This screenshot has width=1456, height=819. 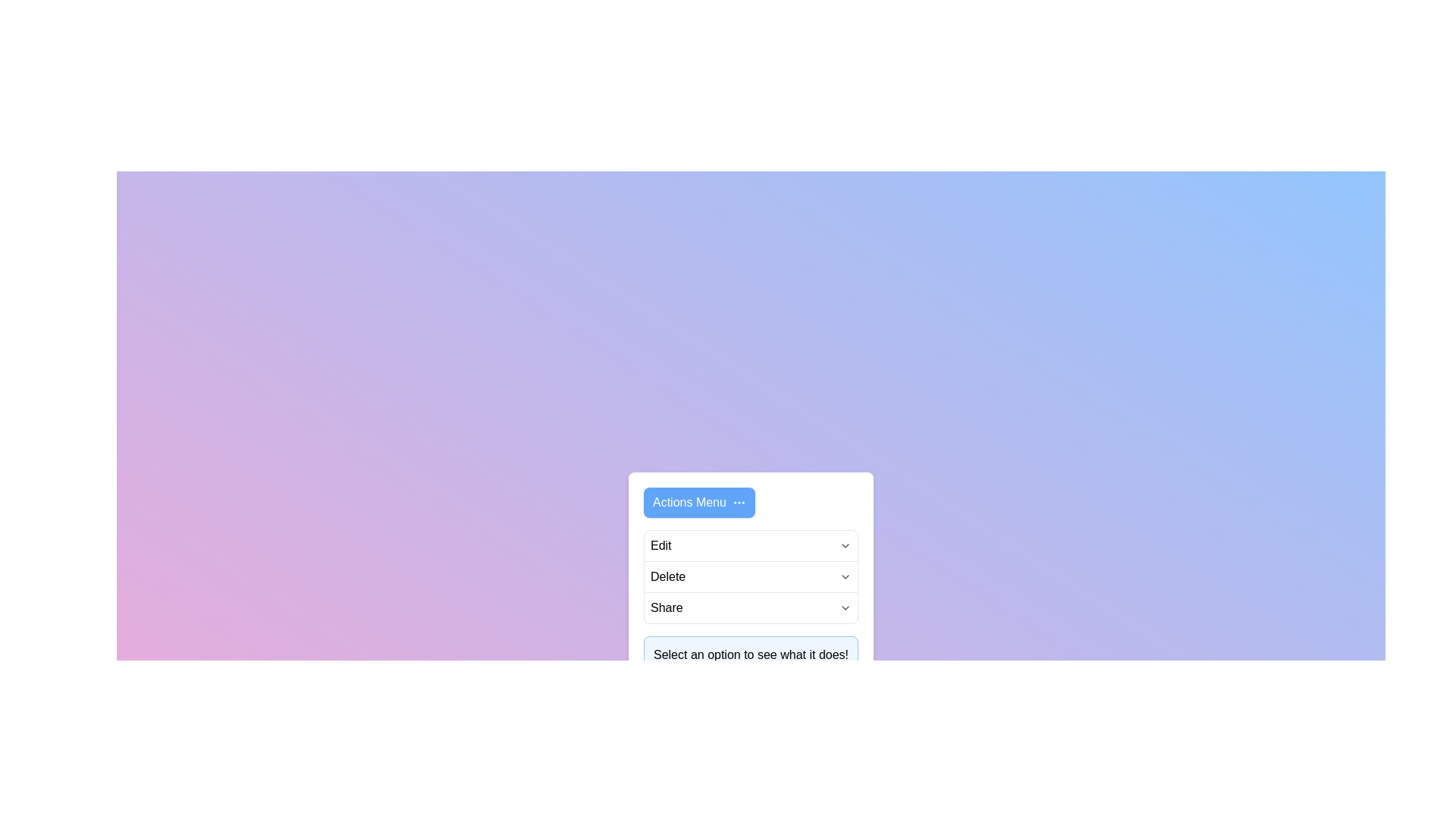 I want to click on the menu item Share to perform its action, so click(x=667, y=607).